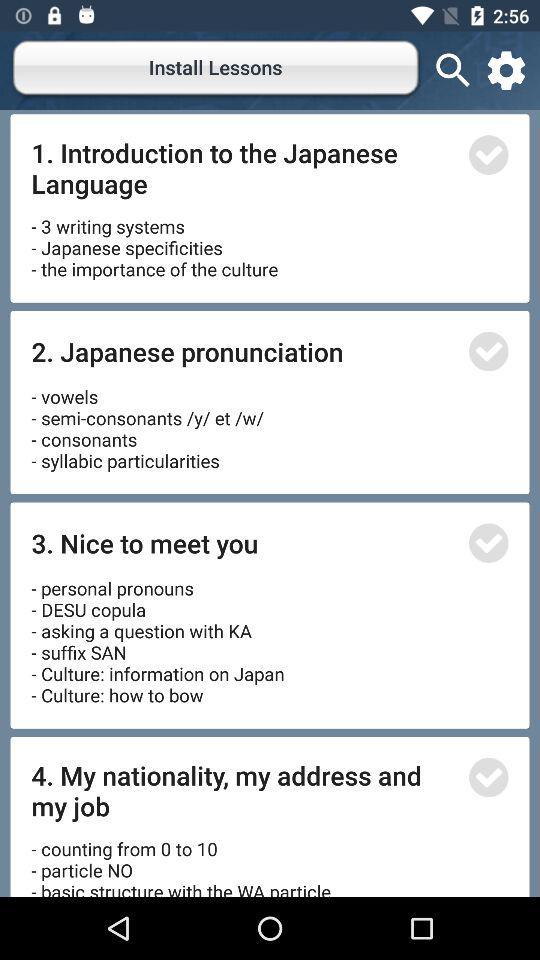 This screenshot has width=540, height=960. What do you see at coordinates (487, 776) in the screenshot?
I see `mark on the following lesson tick for select` at bounding box center [487, 776].